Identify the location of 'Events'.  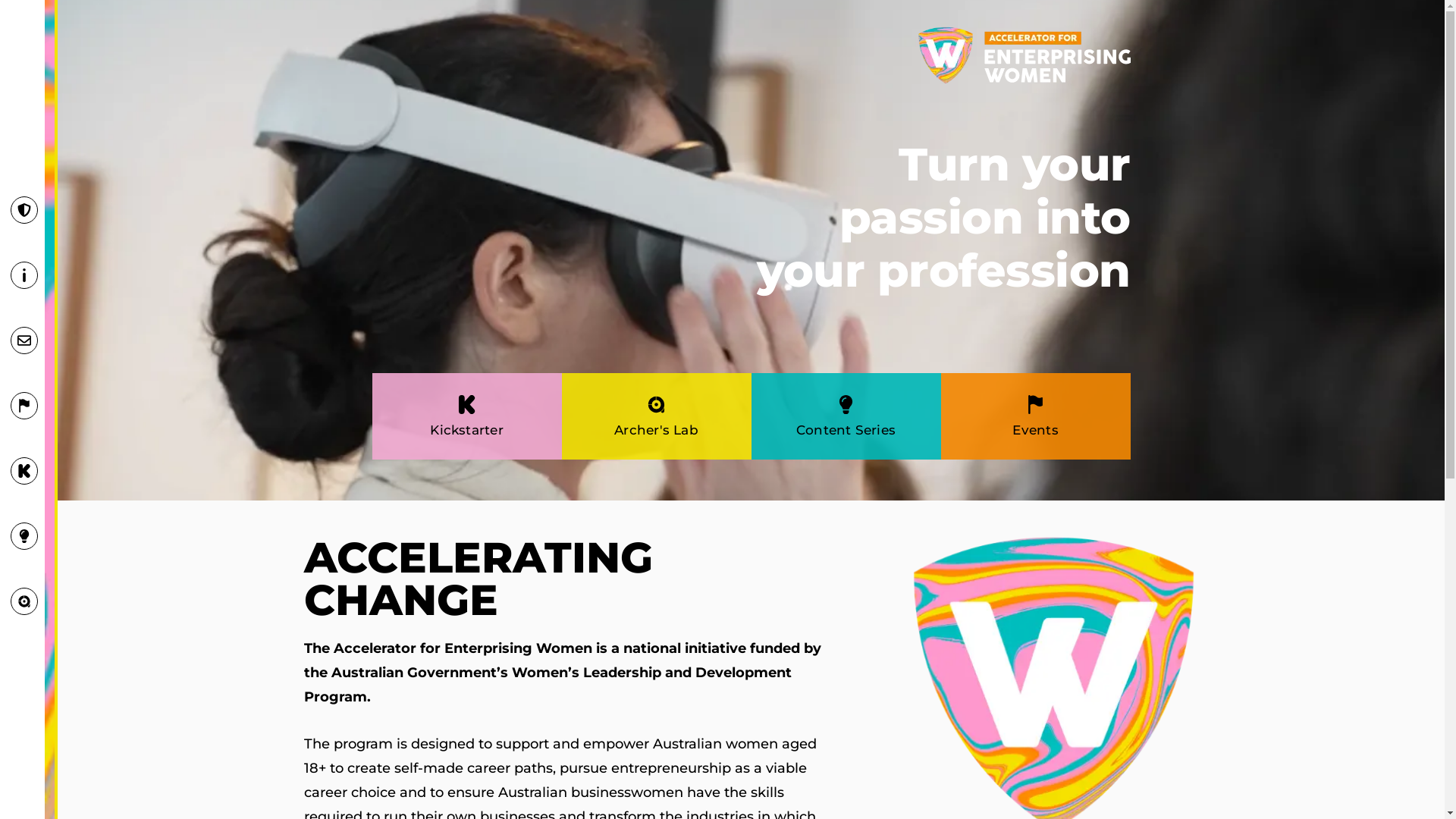
(1034, 430).